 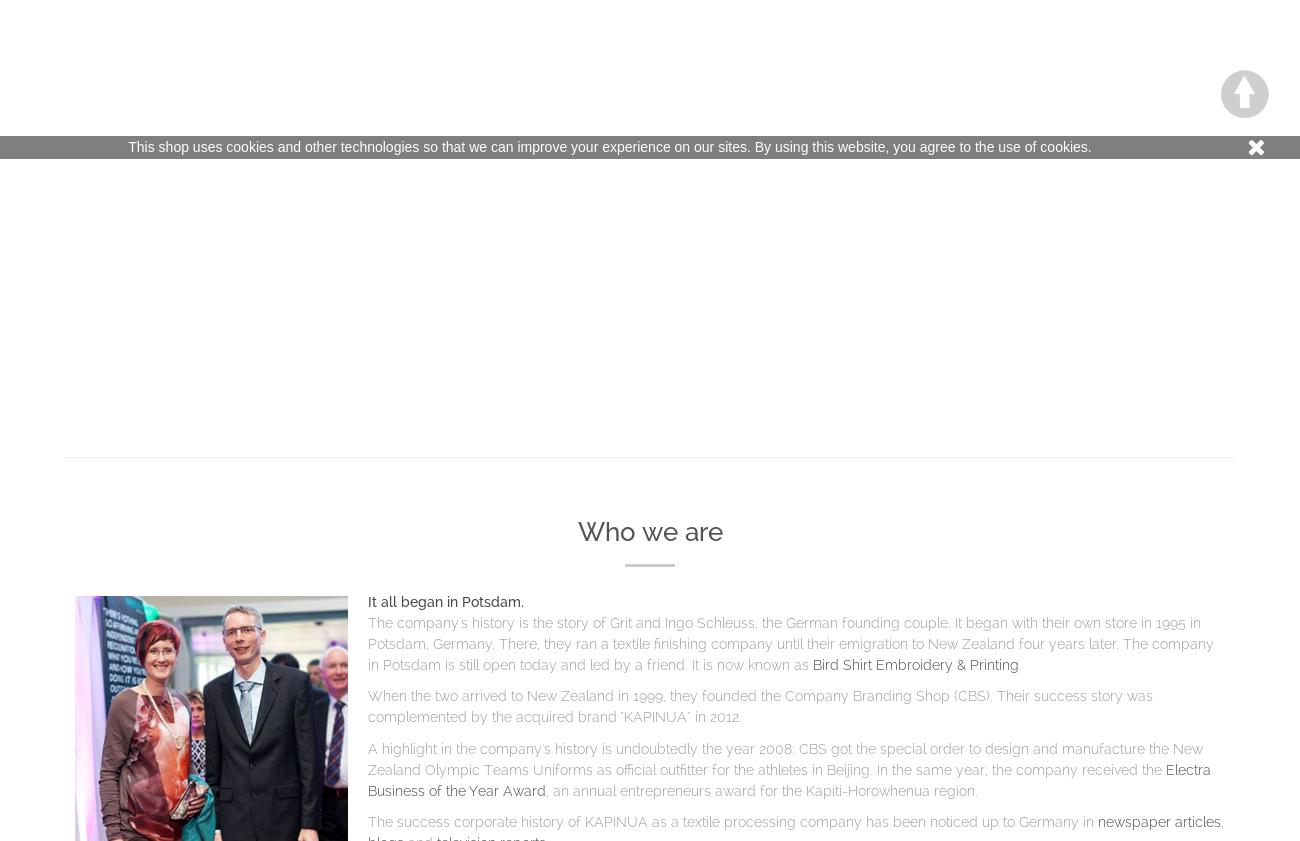 I want to click on 'It all began in Potsdam.', so click(x=443, y=600).